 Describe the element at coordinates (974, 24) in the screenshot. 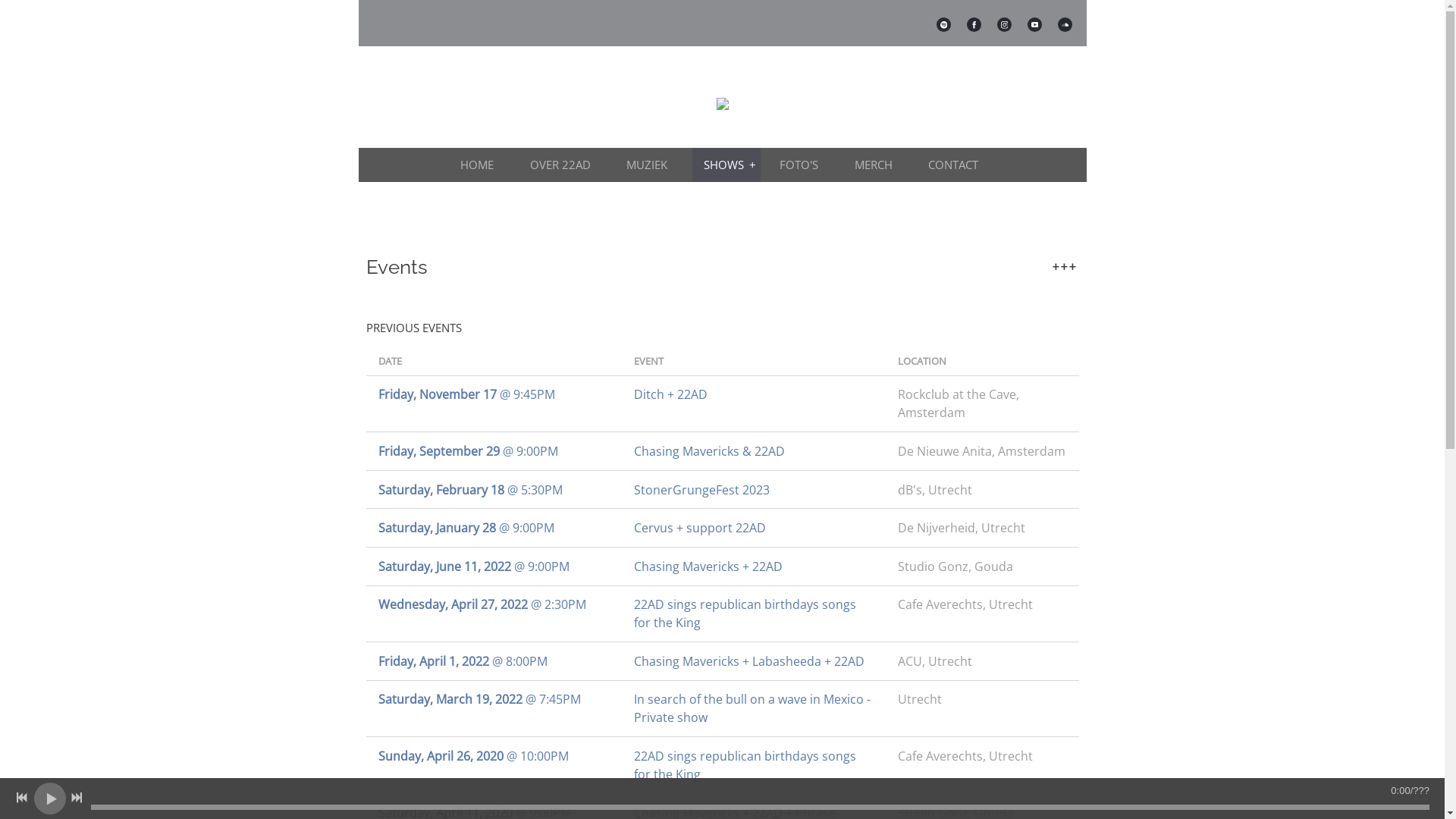

I see `'http://www.facebook.com/22admusic'` at that location.